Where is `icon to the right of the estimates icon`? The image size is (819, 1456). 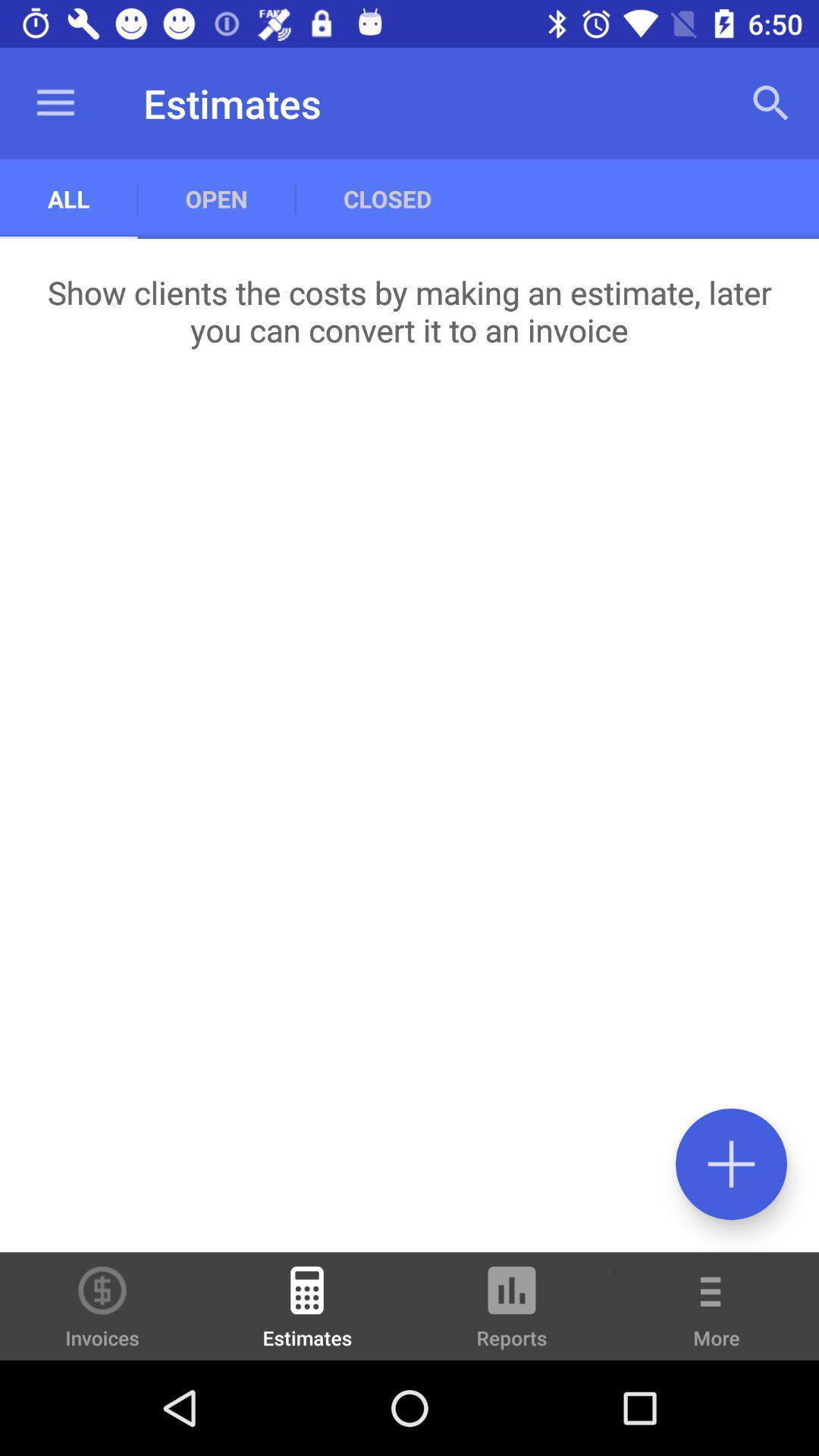 icon to the right of the estimates icon is located at coordinates (512, 1313).